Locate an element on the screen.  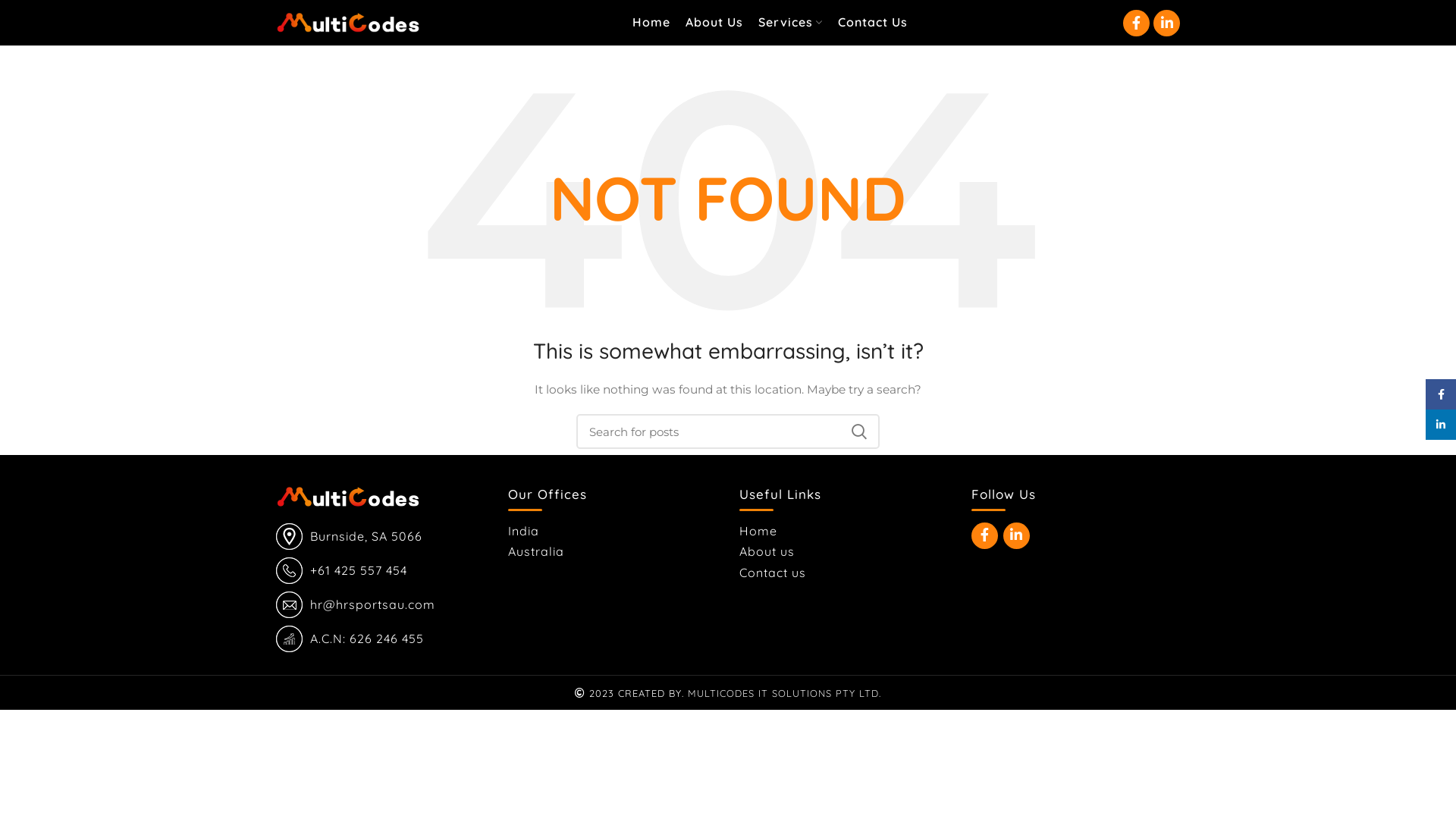
'Australia' is located at coordinates (537, 551).